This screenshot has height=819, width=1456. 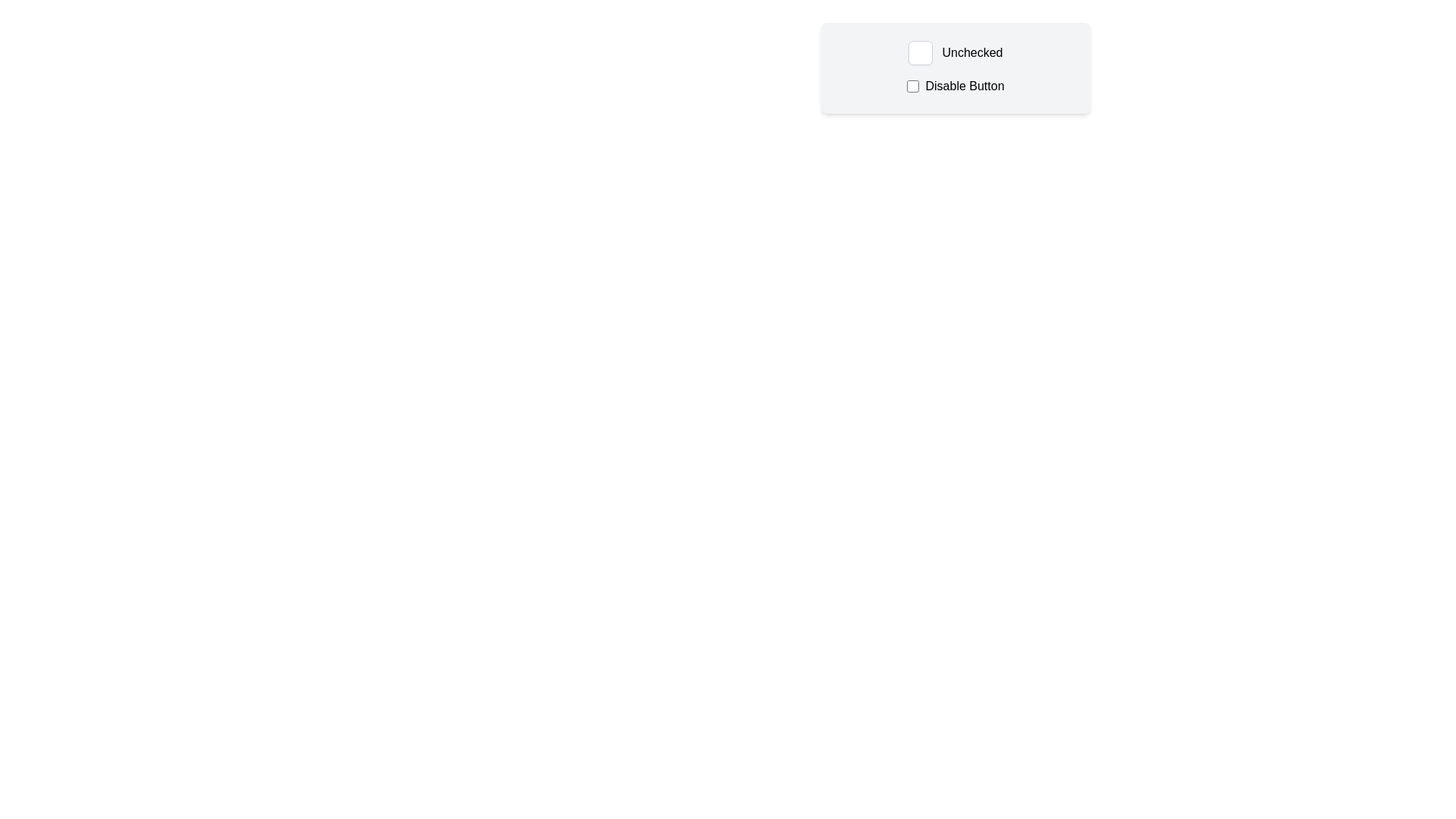 I want to click on label text associated with the checkbox located in the bottom-right corner of the light gray box, below the 'Unchecked' label, so click(x=955, y=86).